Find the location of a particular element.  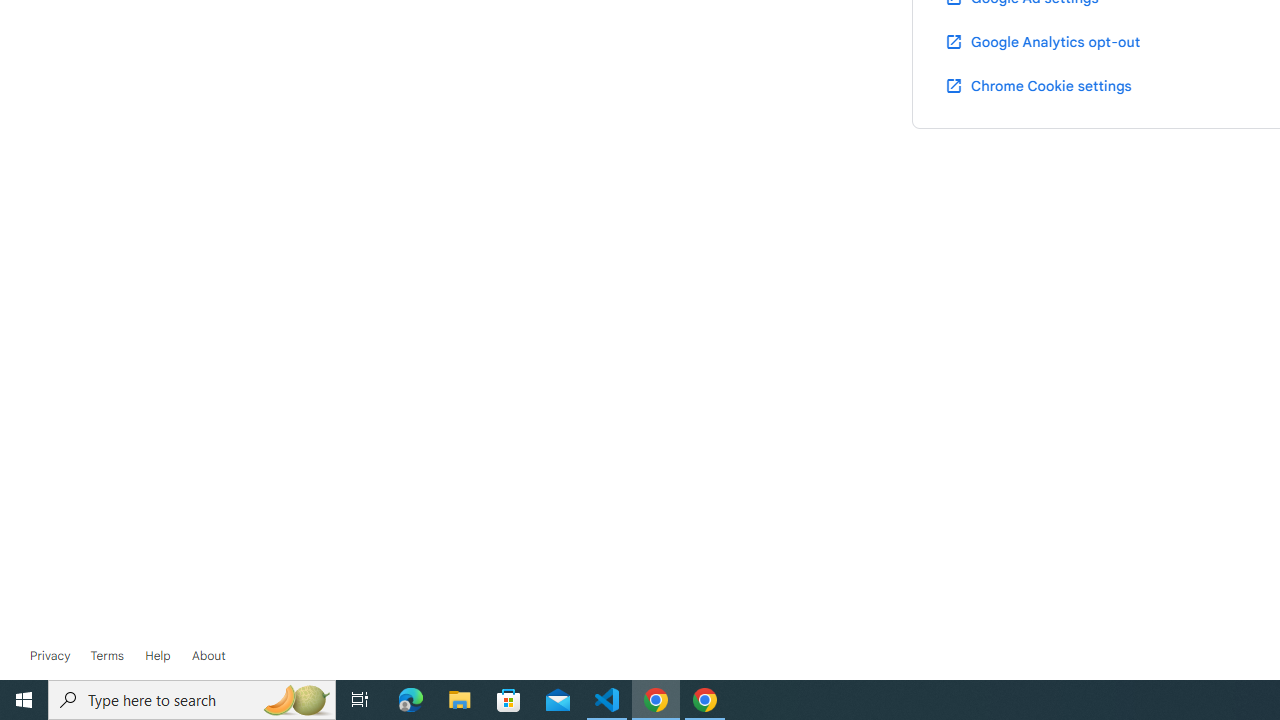

'Privacy' is located at coordinates (50, 655).